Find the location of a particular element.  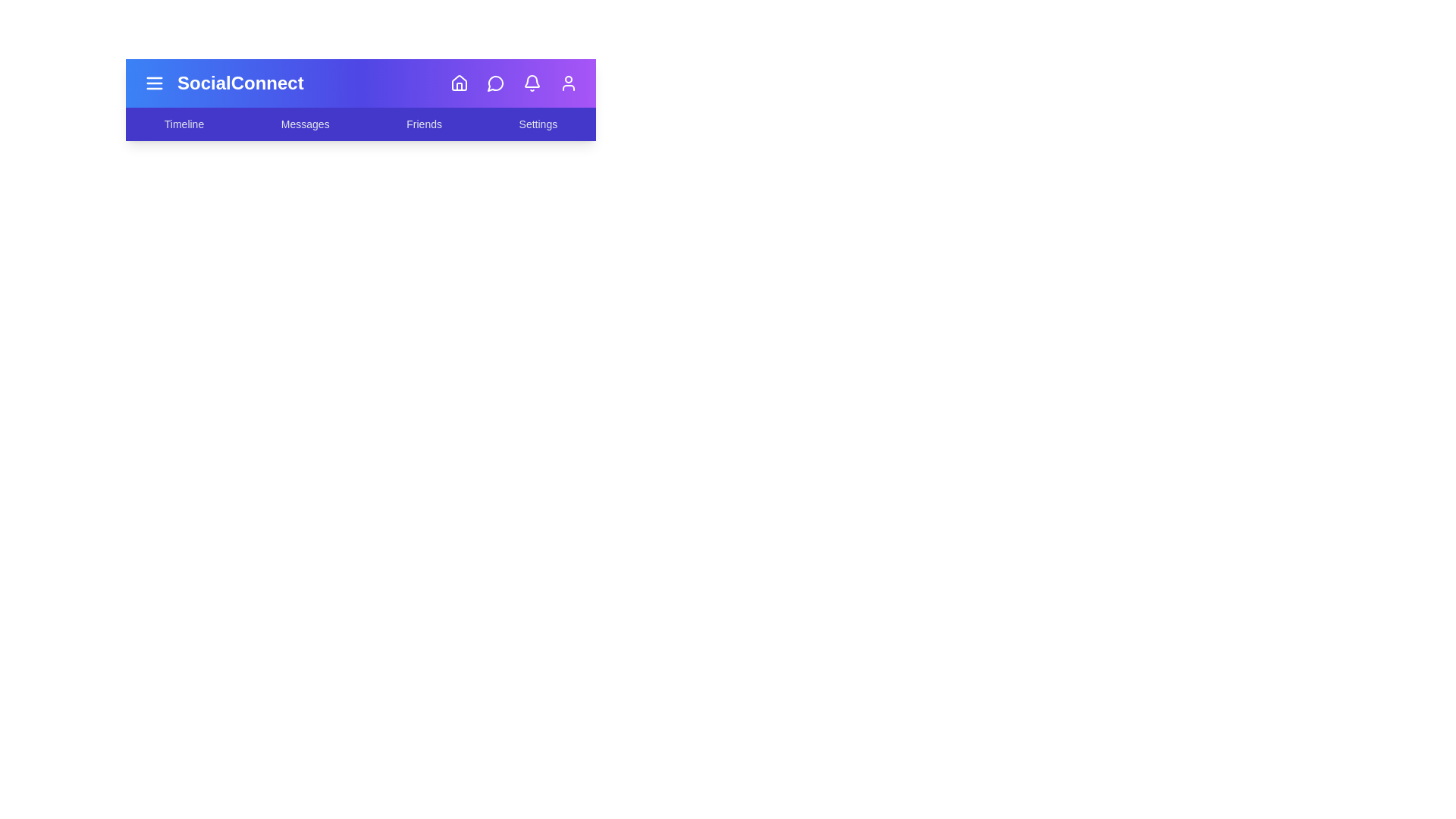

the User Icon to observe visual effects is located at coordinates (567, 83).